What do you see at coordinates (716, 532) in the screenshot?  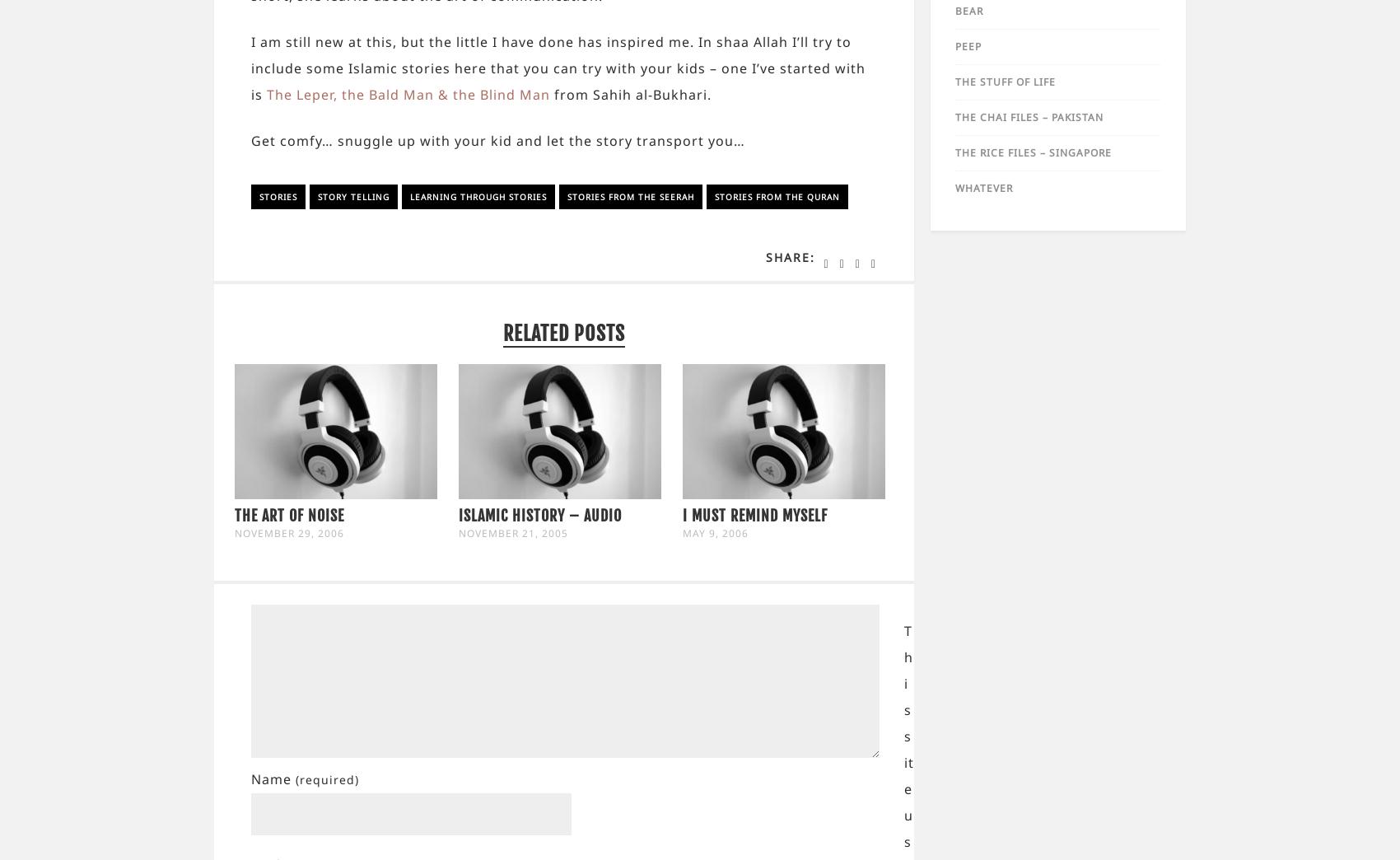 I see `'May 9, 2006'` at bounding box center [716, 532].